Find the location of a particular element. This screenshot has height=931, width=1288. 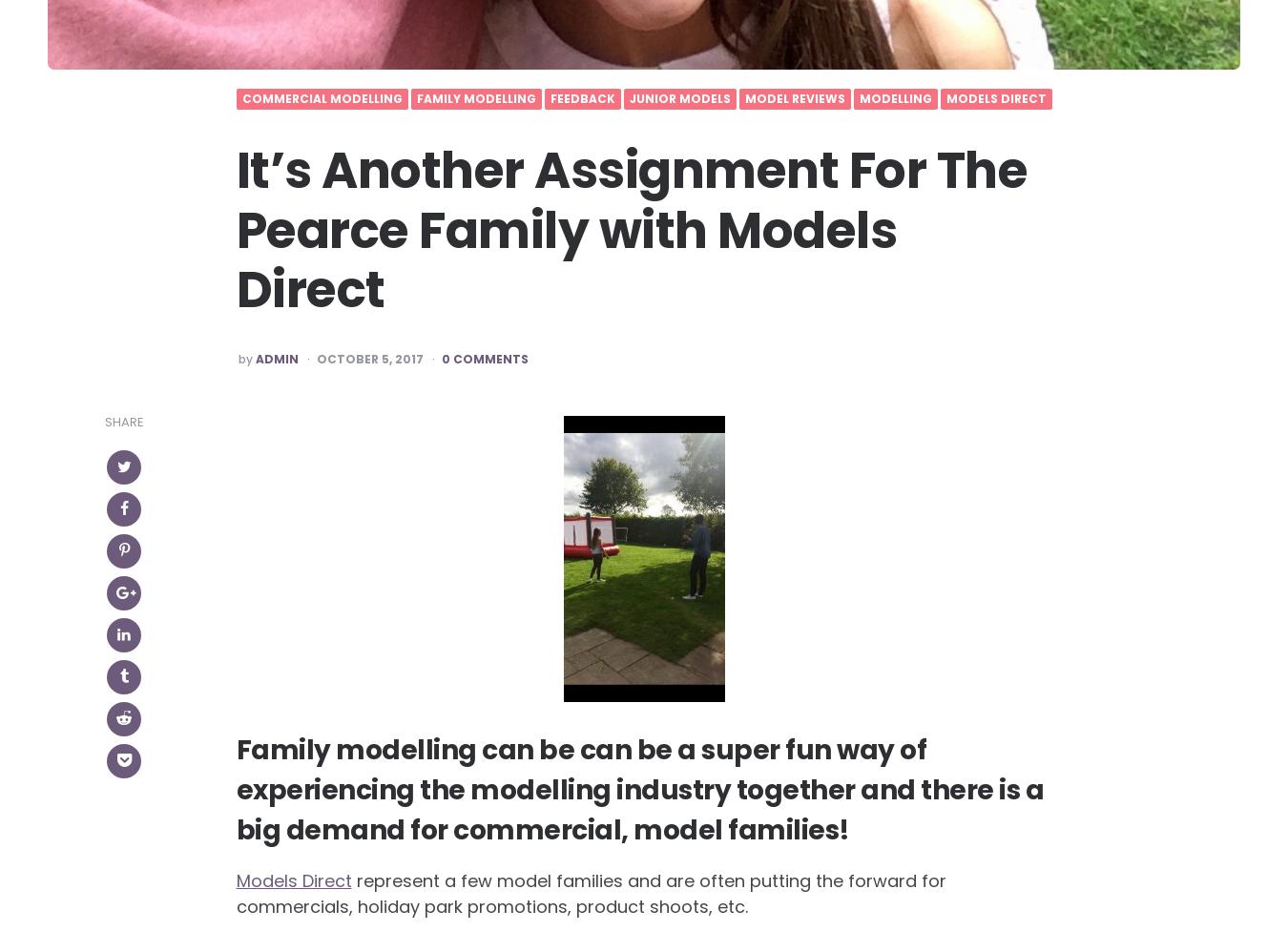

'share' is located at coordinates (102, 421).